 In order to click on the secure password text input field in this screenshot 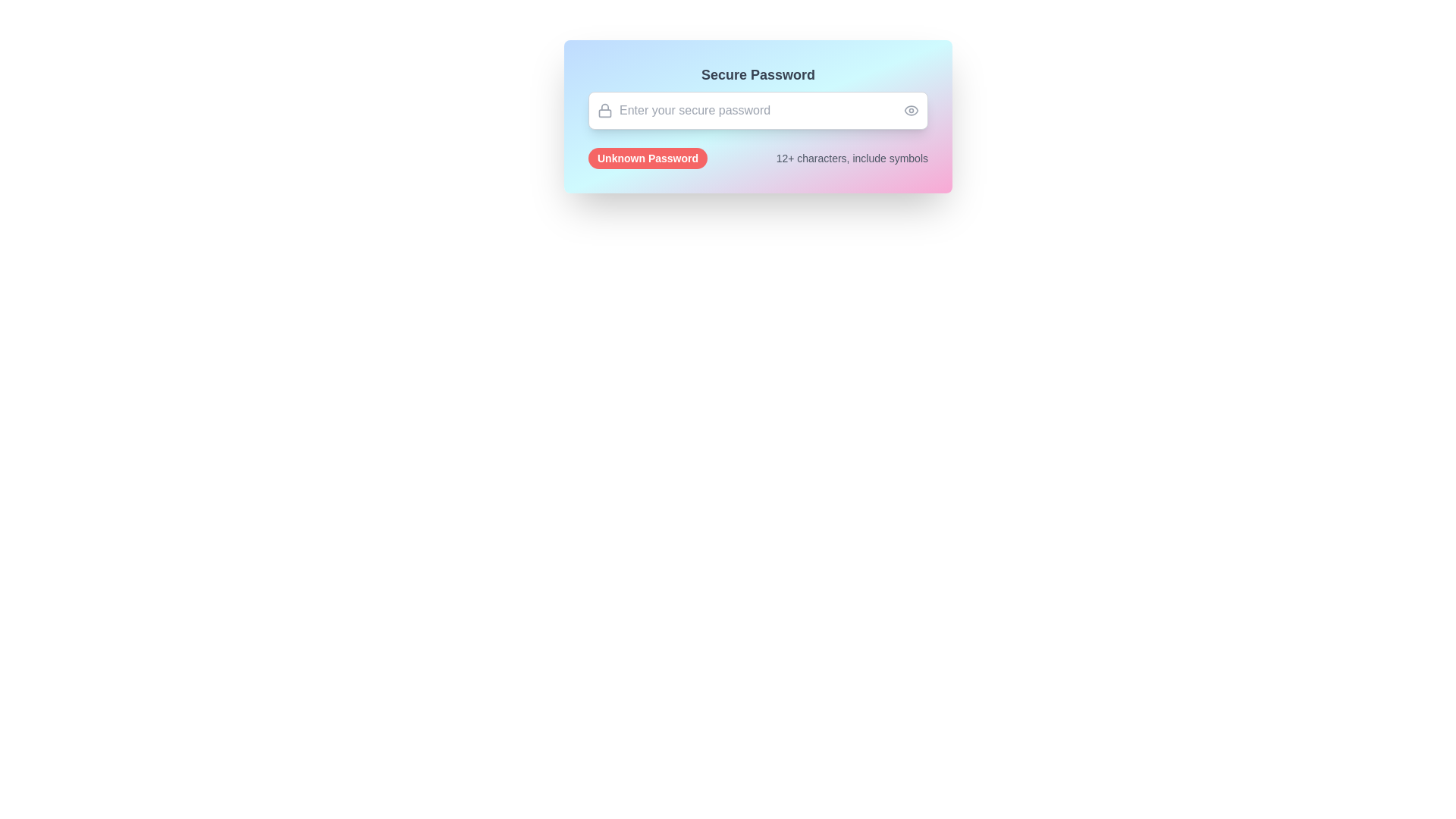, I will do `click(758, 110)`.